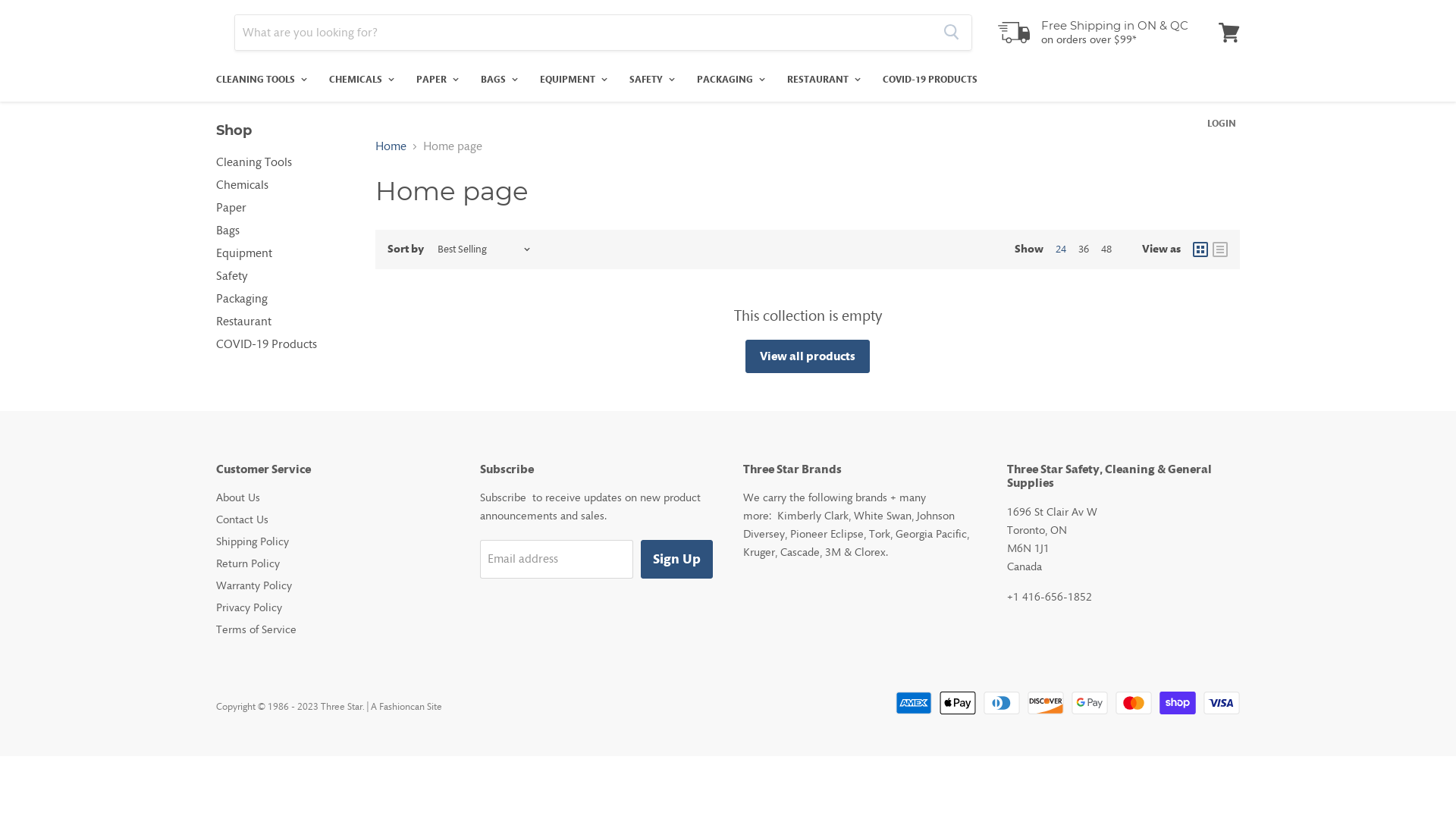  I want to click on 'COVID-19 Products', so click(266, 344).